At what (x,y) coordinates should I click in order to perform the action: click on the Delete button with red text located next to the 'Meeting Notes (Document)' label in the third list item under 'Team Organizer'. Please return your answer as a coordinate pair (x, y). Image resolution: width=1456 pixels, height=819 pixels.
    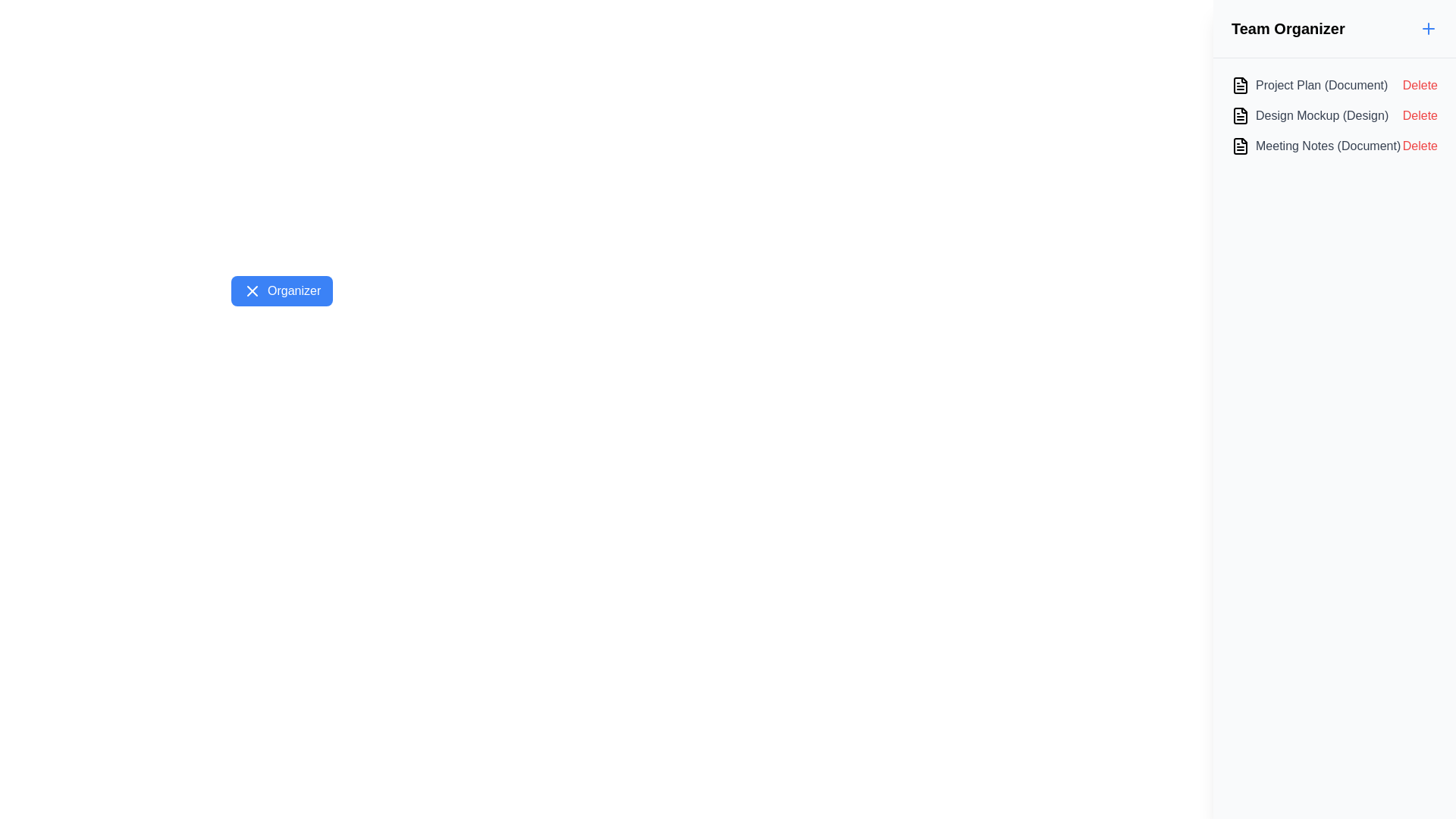
    Looking at the image, I should click on (1419, 146).